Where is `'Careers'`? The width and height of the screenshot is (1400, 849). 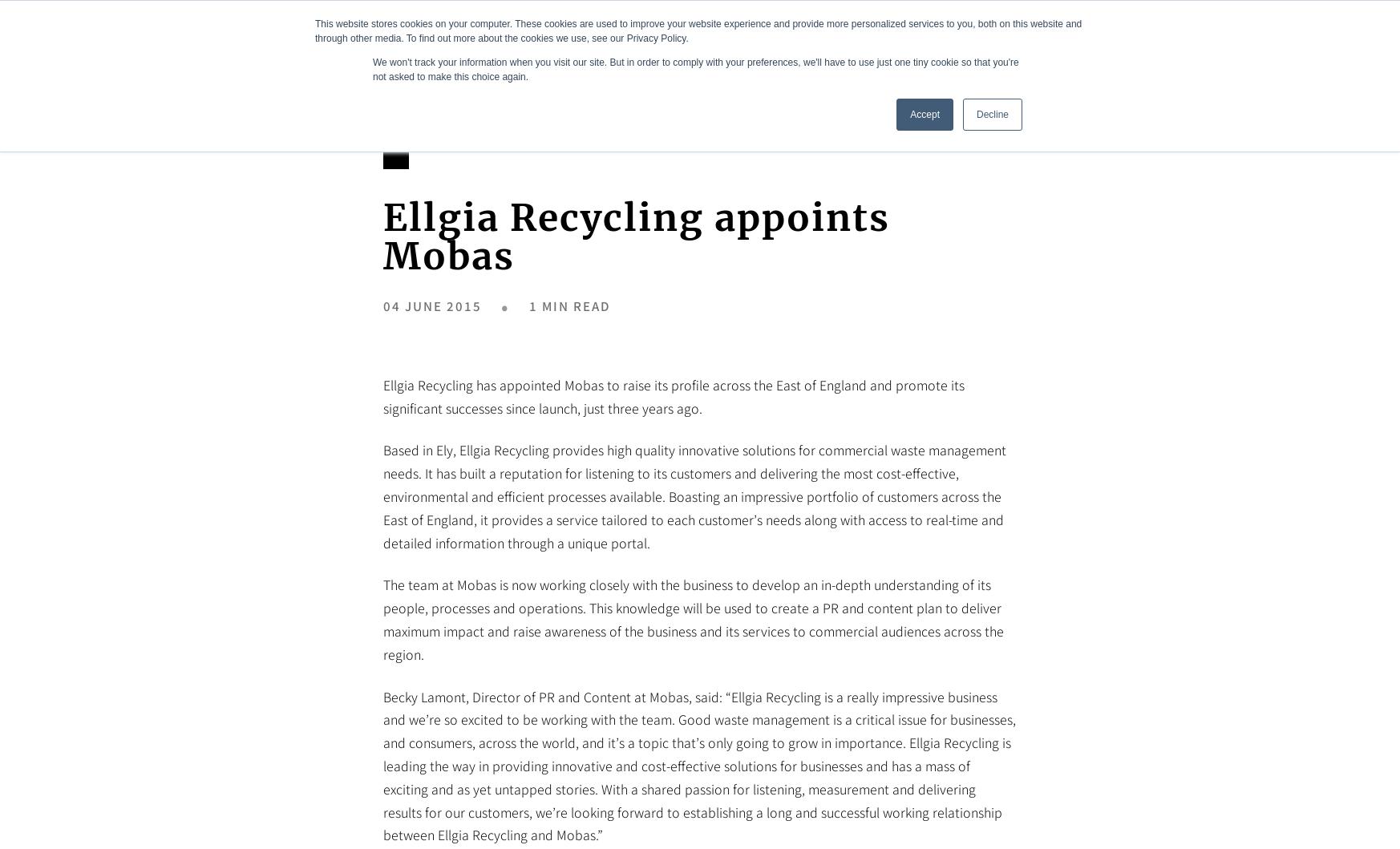
'Careers' is located at coordinates (1125, 45).